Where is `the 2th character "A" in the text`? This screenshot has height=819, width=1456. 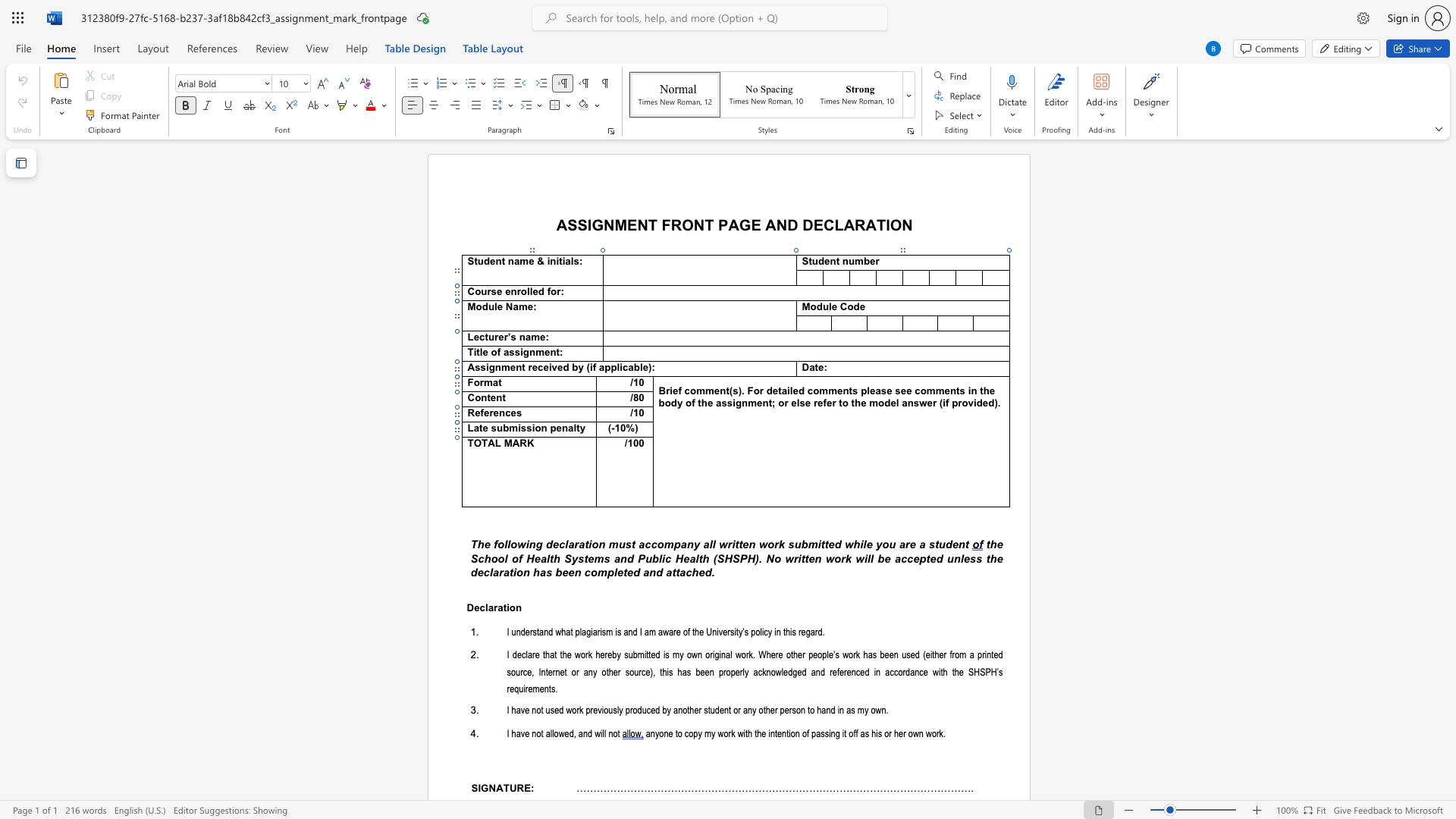 the 2th character "A" in the text is located at coordinates (516, 444).